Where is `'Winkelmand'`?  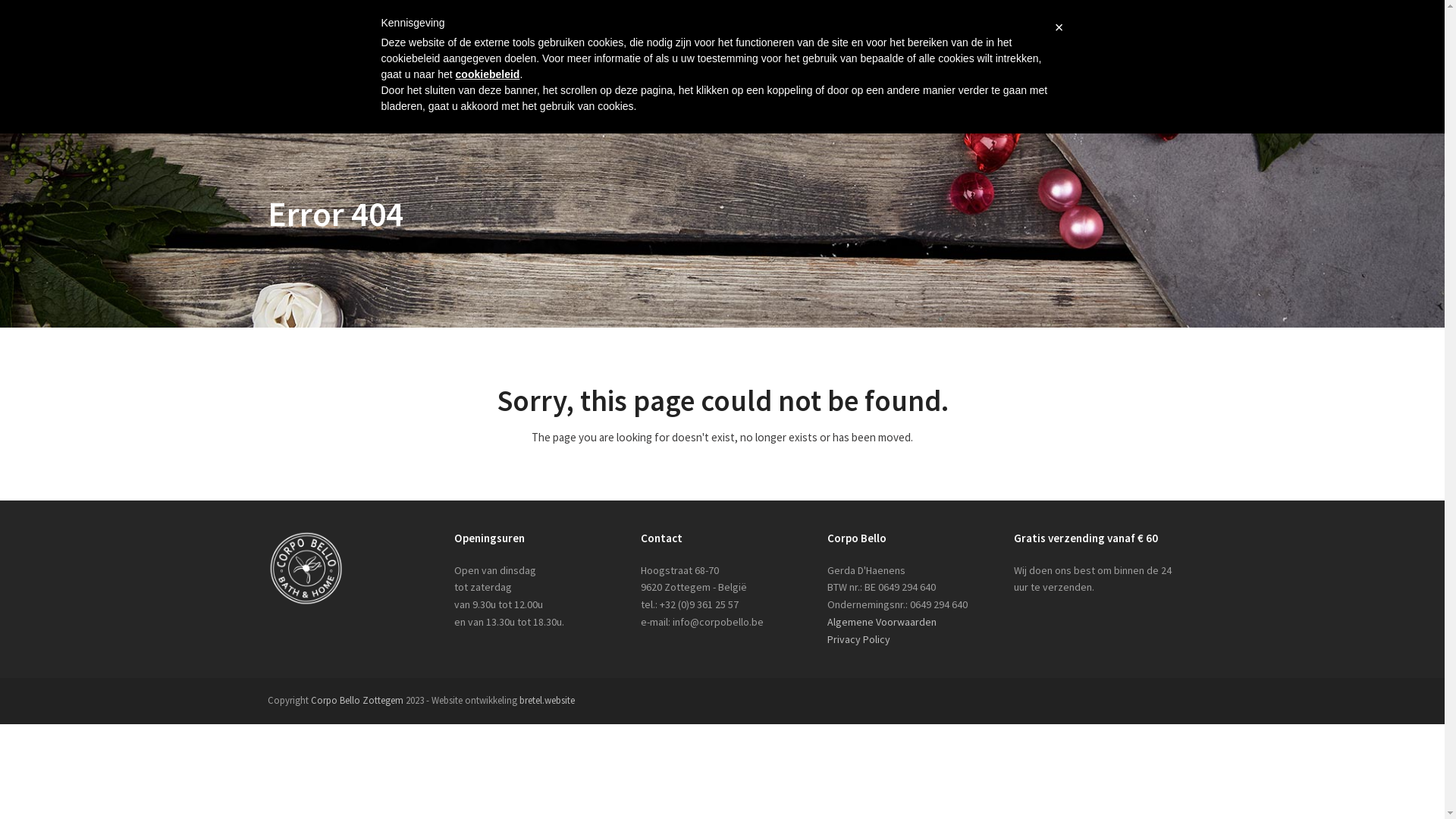
'Winkelmand' is located at coordinates (1103, 11).